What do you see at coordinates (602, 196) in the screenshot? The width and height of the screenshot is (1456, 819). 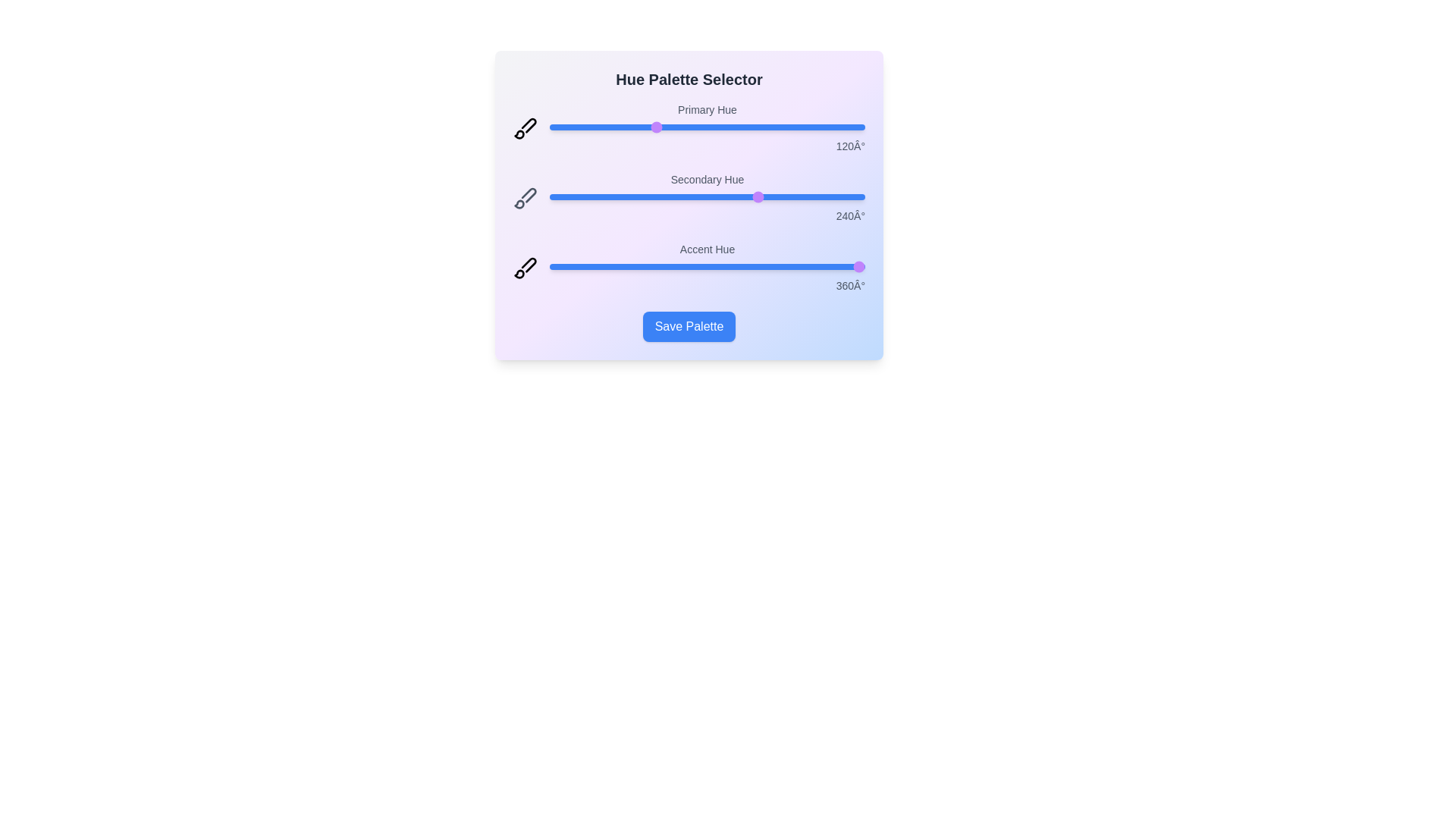 I see `the 'Secondary Hue' slider to 61 degrees` at bounding box center [602, 196].